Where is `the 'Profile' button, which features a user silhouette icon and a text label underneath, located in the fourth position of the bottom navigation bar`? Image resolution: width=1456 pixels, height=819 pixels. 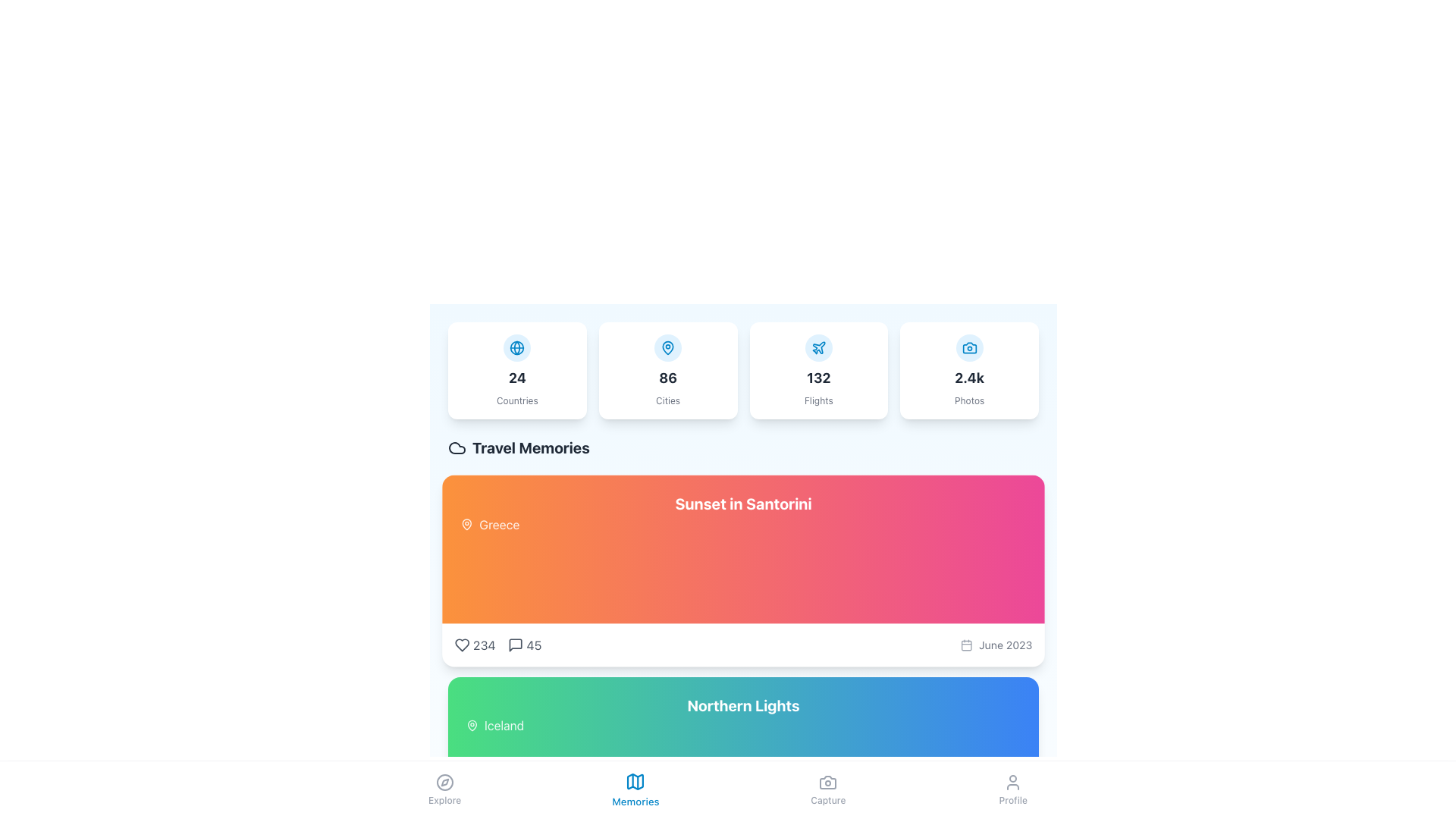
the 'Profile' button, which features a user silhouette icon and a text label underneath, located in the fourth position of the bottom navigation bar is located at coordinates (1013, 789).